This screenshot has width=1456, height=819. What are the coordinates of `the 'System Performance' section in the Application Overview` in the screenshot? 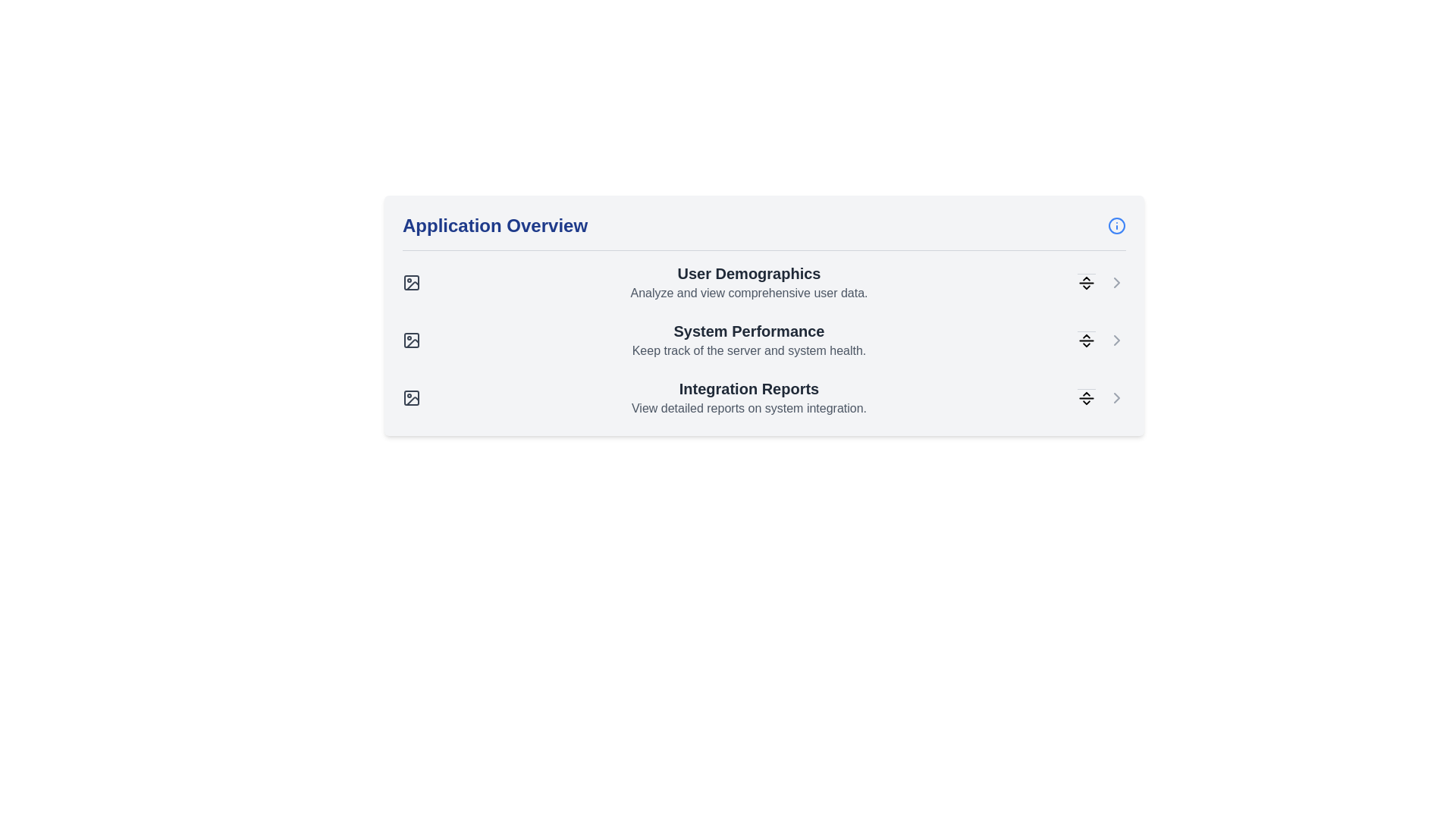 It's located at (764, 339).